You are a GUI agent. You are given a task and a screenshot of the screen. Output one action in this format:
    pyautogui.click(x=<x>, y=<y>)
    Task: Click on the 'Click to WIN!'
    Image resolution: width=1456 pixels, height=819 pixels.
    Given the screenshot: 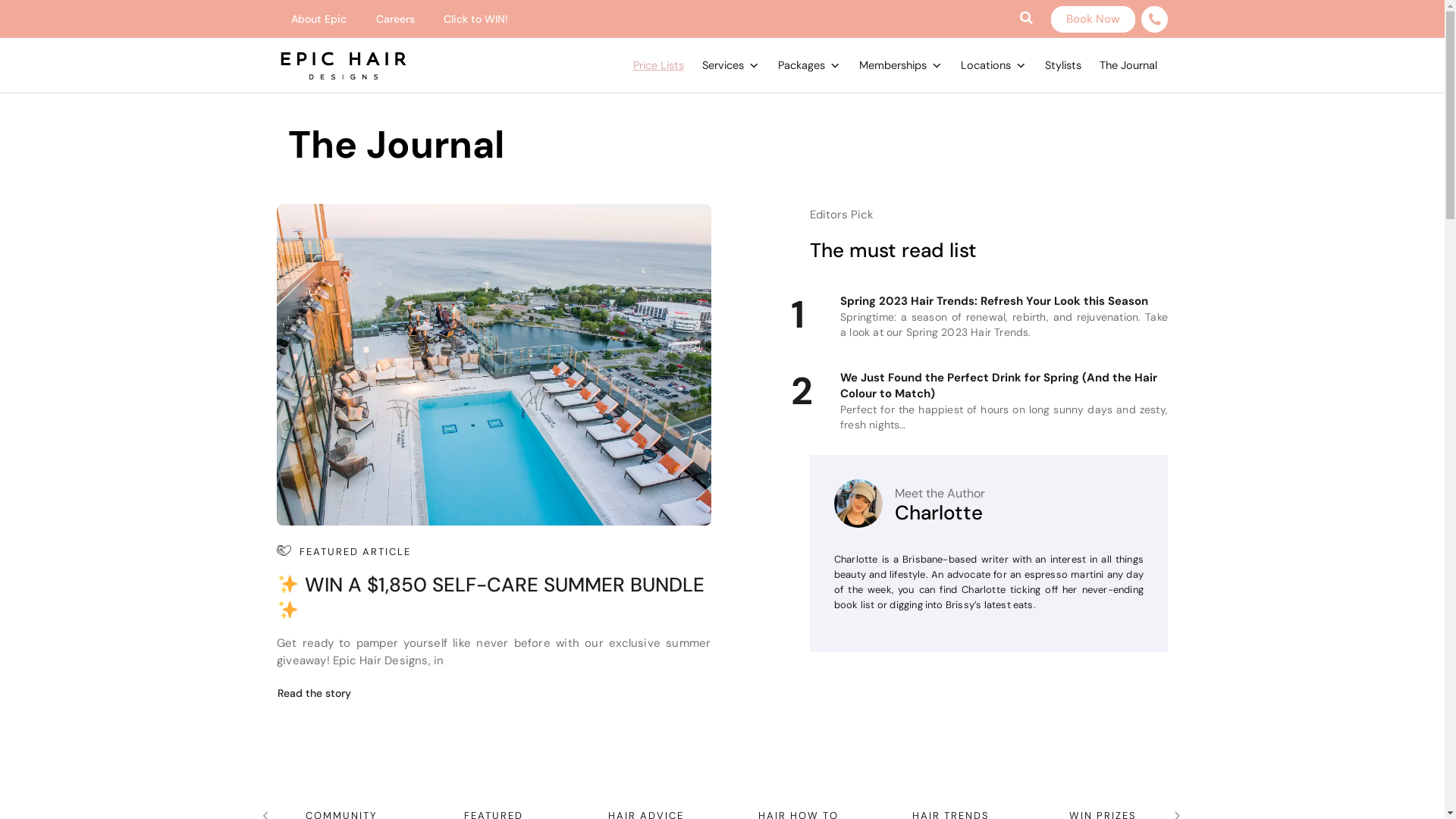 What is the action you would take?
    pyautogui.click(x=475, y=19)
    